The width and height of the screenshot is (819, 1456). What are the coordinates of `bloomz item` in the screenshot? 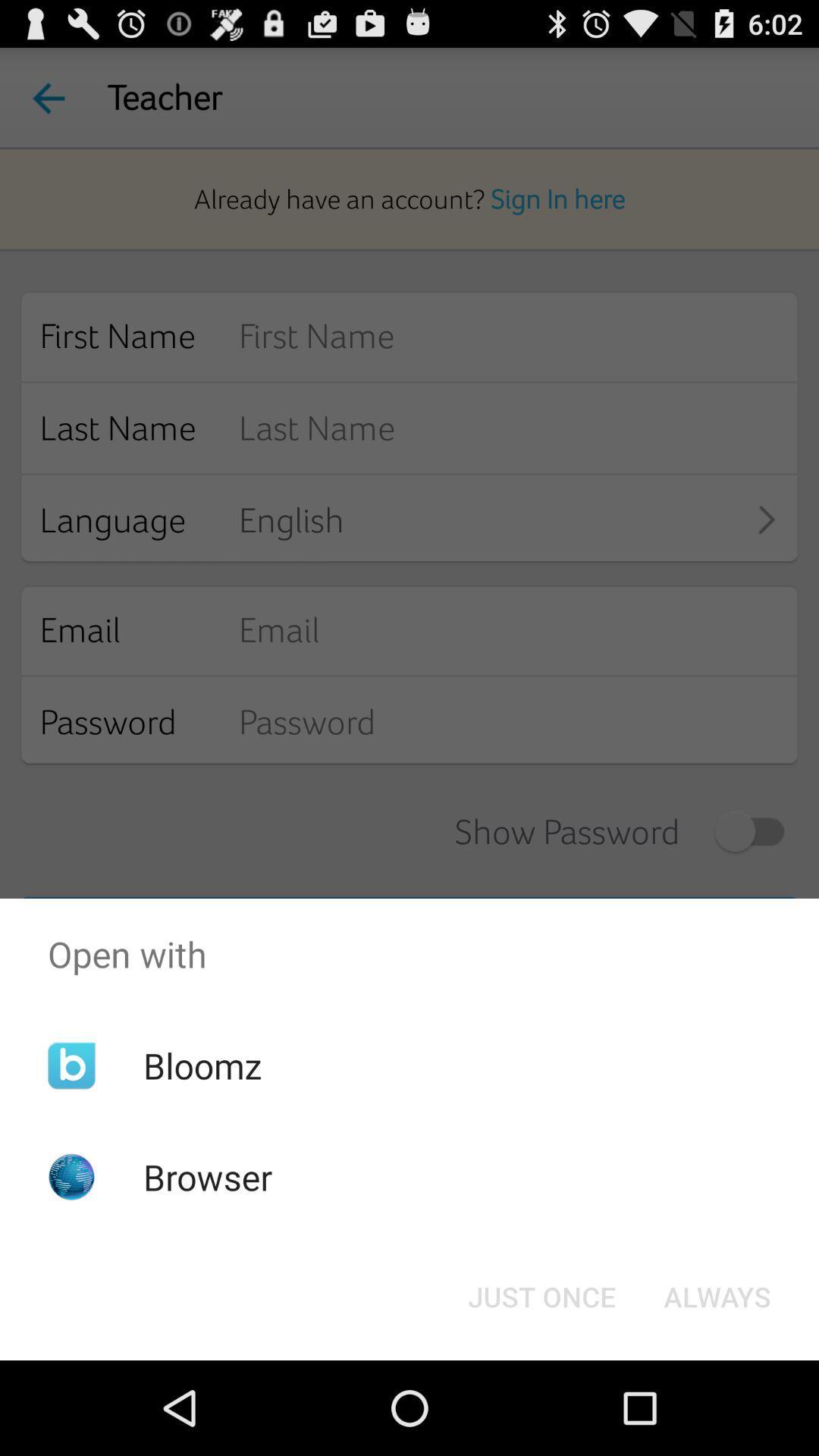 It's located at (202, 1065).